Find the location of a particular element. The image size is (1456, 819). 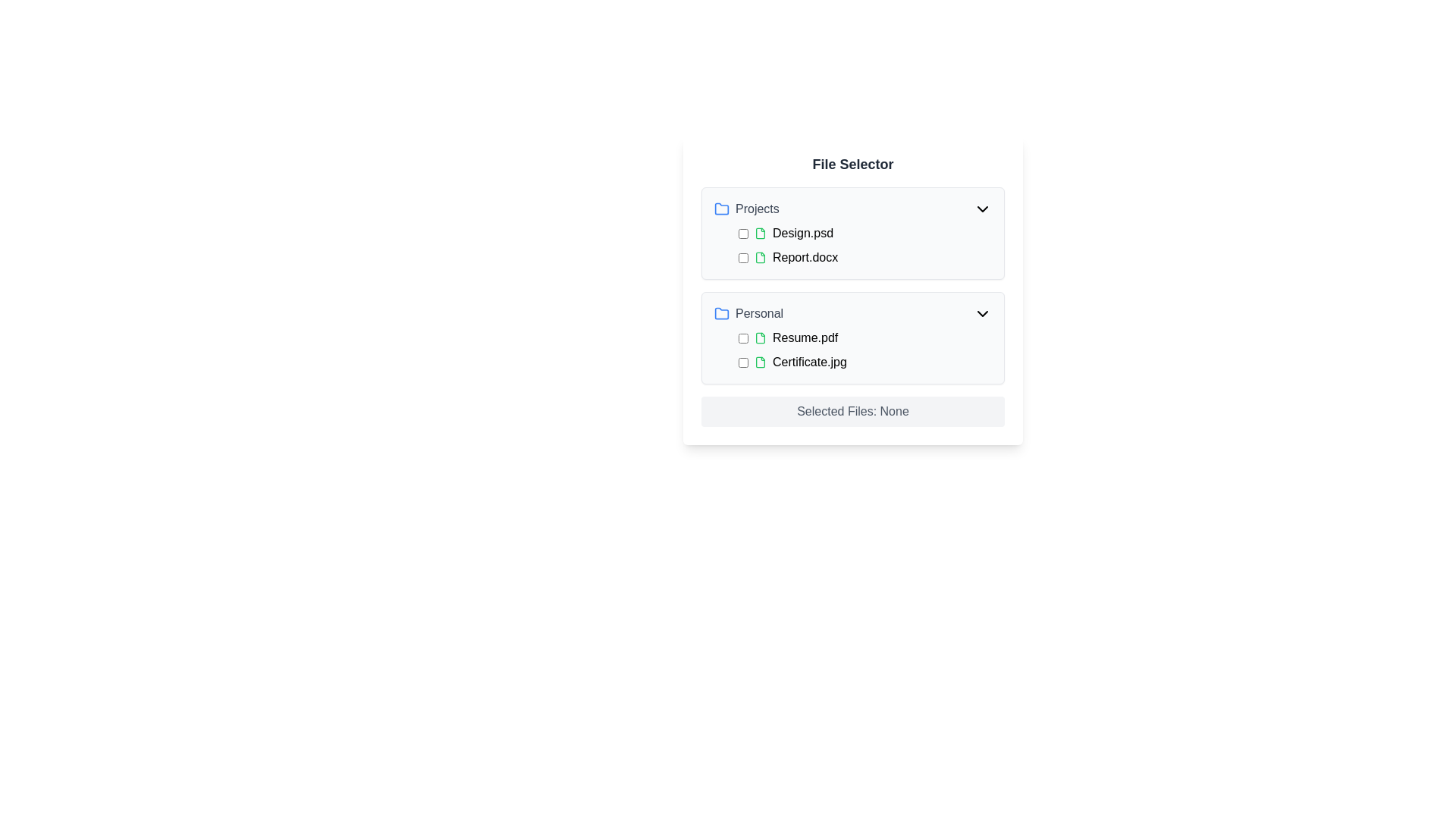

the document icon with a green border and white interior, located to the left of 'Report.docx' in the 'Projects' folder group is located at coordinates (761, 234).